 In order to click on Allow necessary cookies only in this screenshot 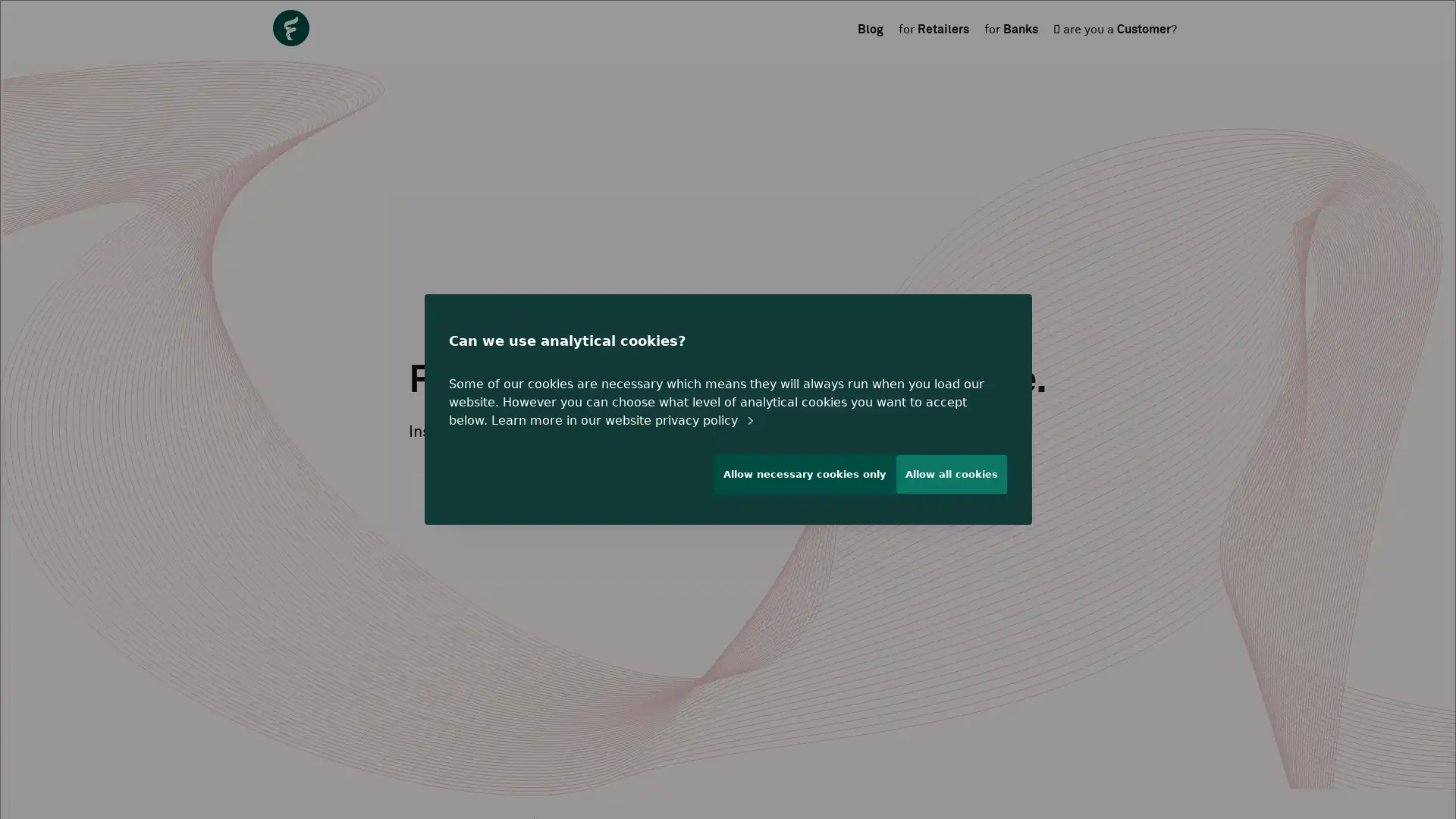, I will do `click(796, 480)`.